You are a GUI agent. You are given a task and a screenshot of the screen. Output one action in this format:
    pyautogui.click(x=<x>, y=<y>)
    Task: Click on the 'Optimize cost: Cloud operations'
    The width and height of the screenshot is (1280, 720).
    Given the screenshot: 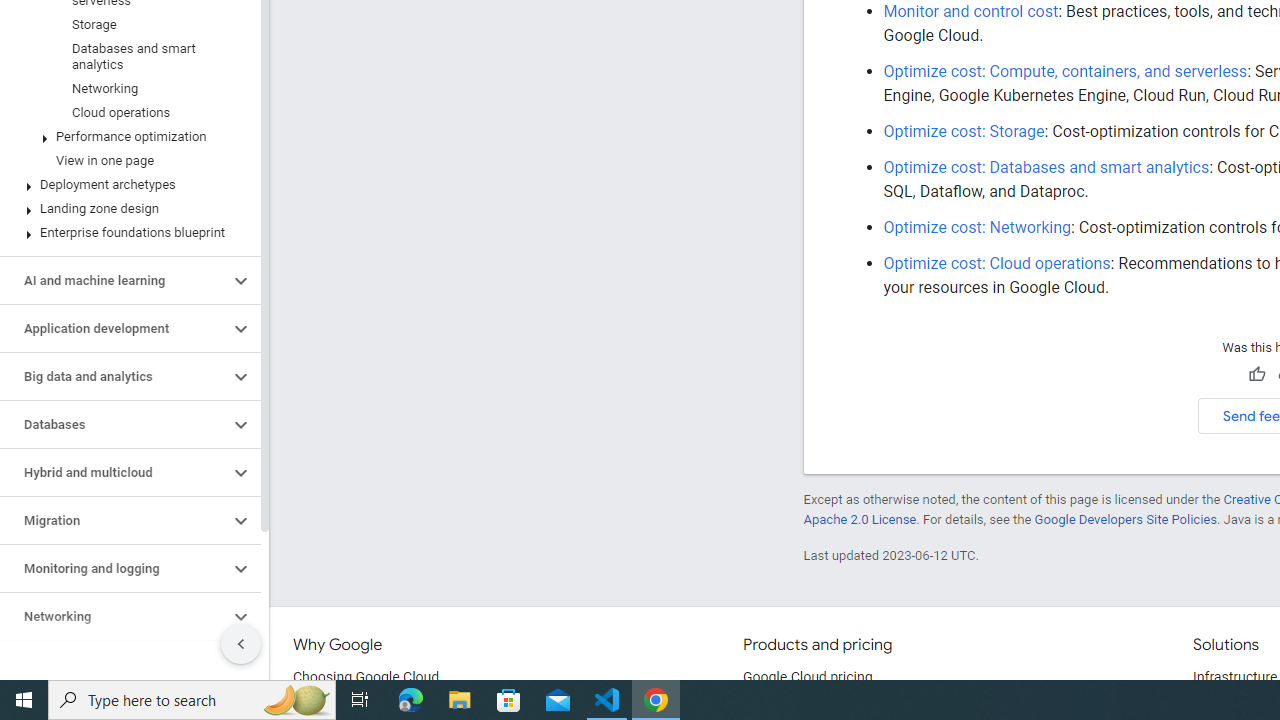 What is the action you would take?
    pyautogui.click(x=997, y=262)
    